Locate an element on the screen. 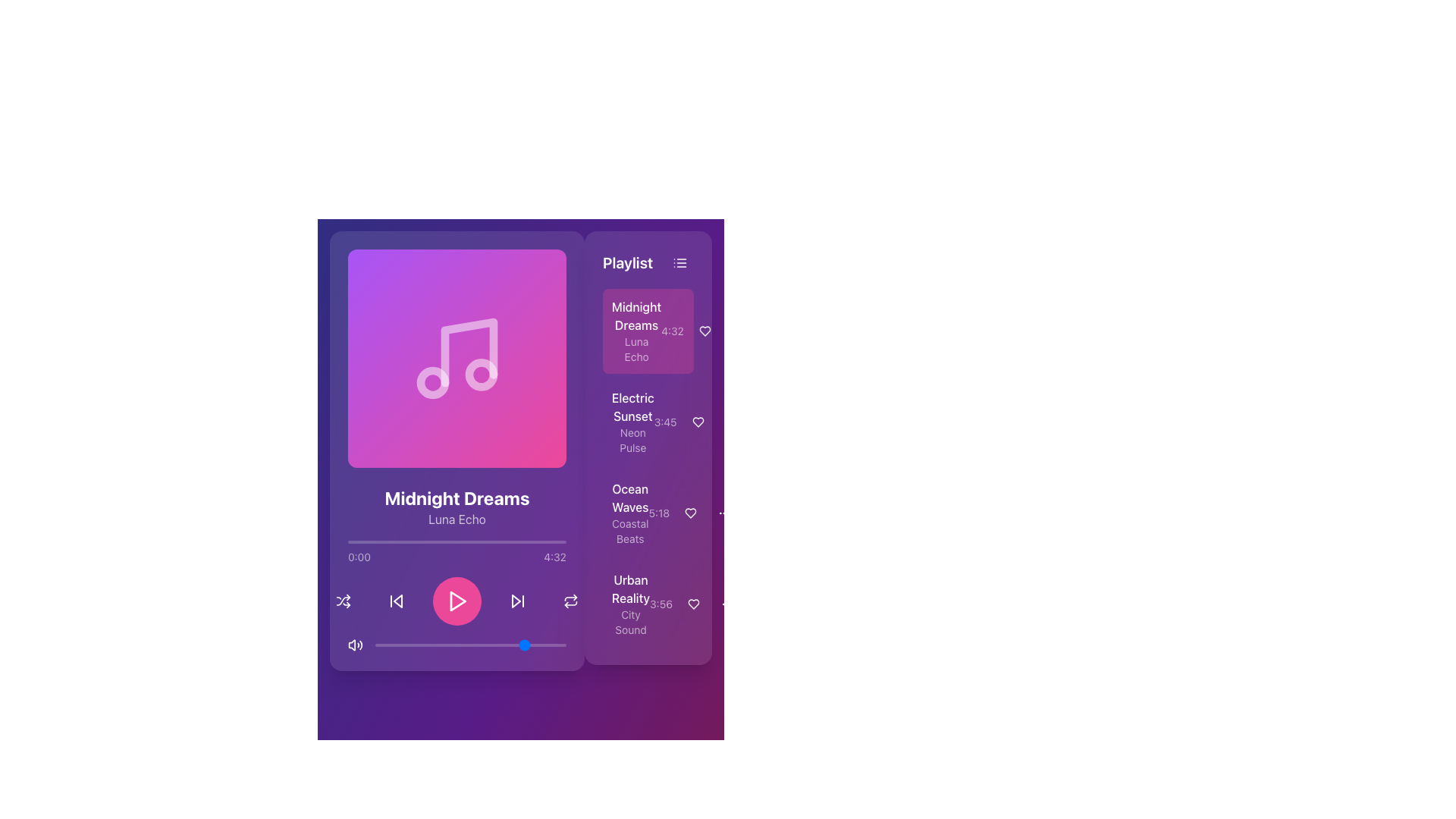 The height and width of the screenshot is (819, 1456). playback position is located at coordinates (525, 541).